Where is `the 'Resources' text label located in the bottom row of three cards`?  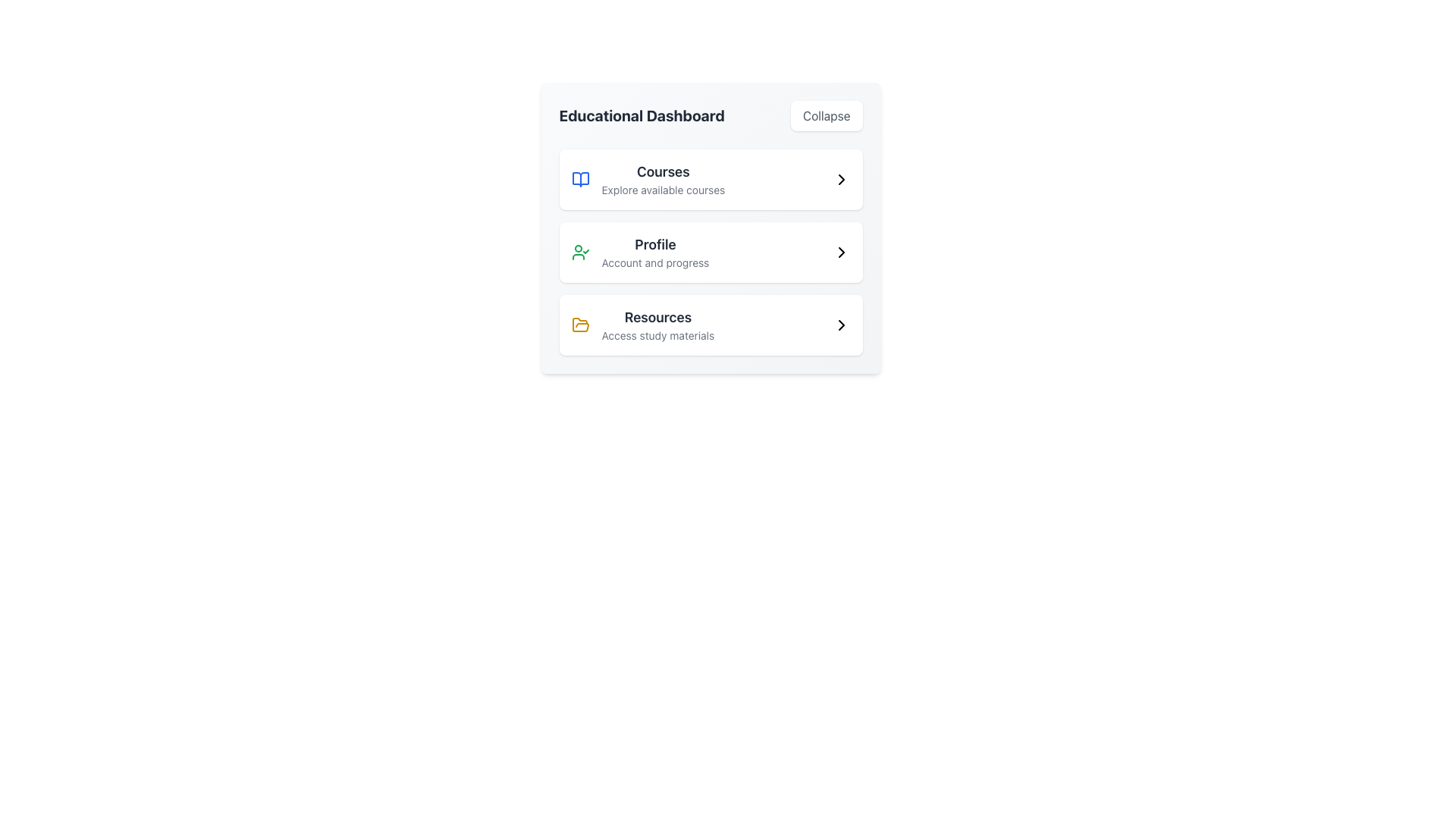 the 'Resources' text label located in the bottom row of three cards is located at coordinates (657, 324).